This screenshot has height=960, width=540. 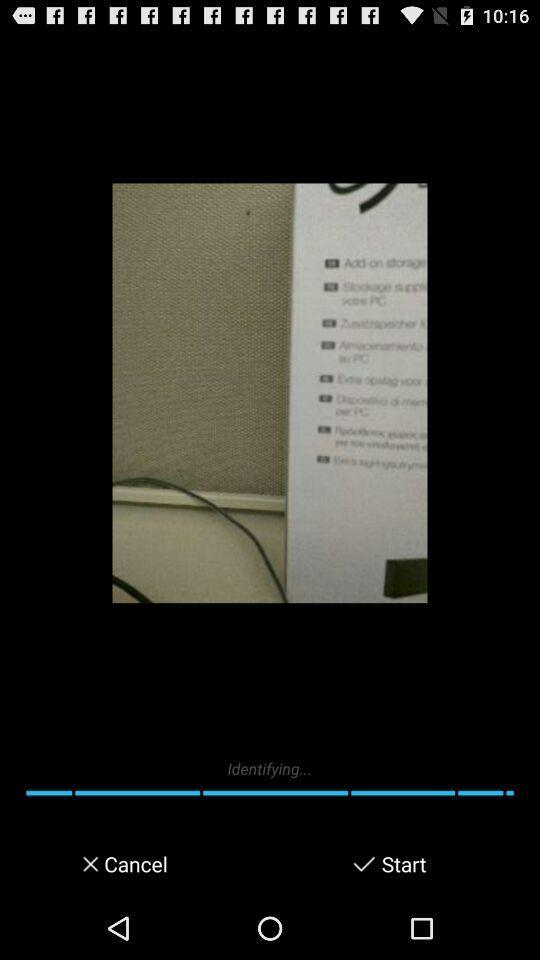 I want to click on the cancel item, so click(x=134, y=863).